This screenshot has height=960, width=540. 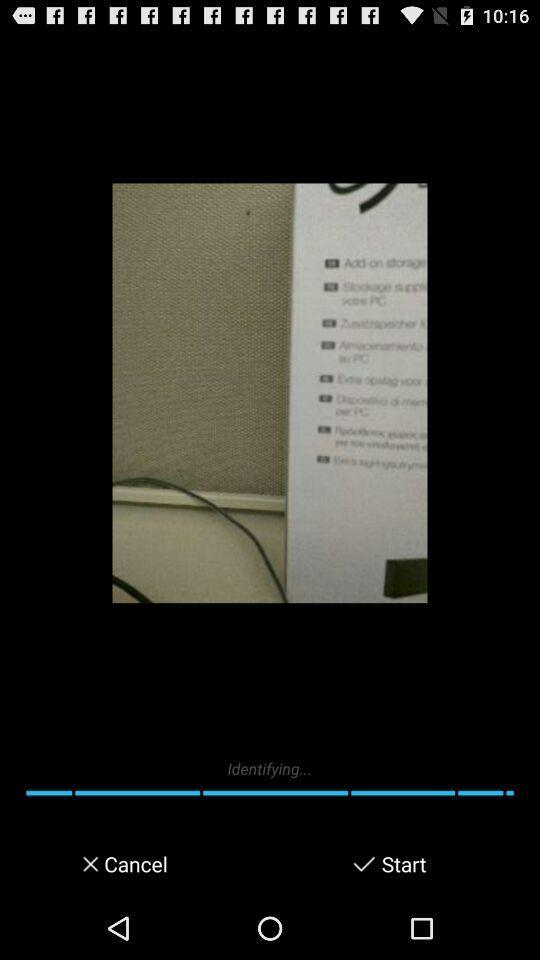 I want to click on the cancel item, so click(x=134, y=863).